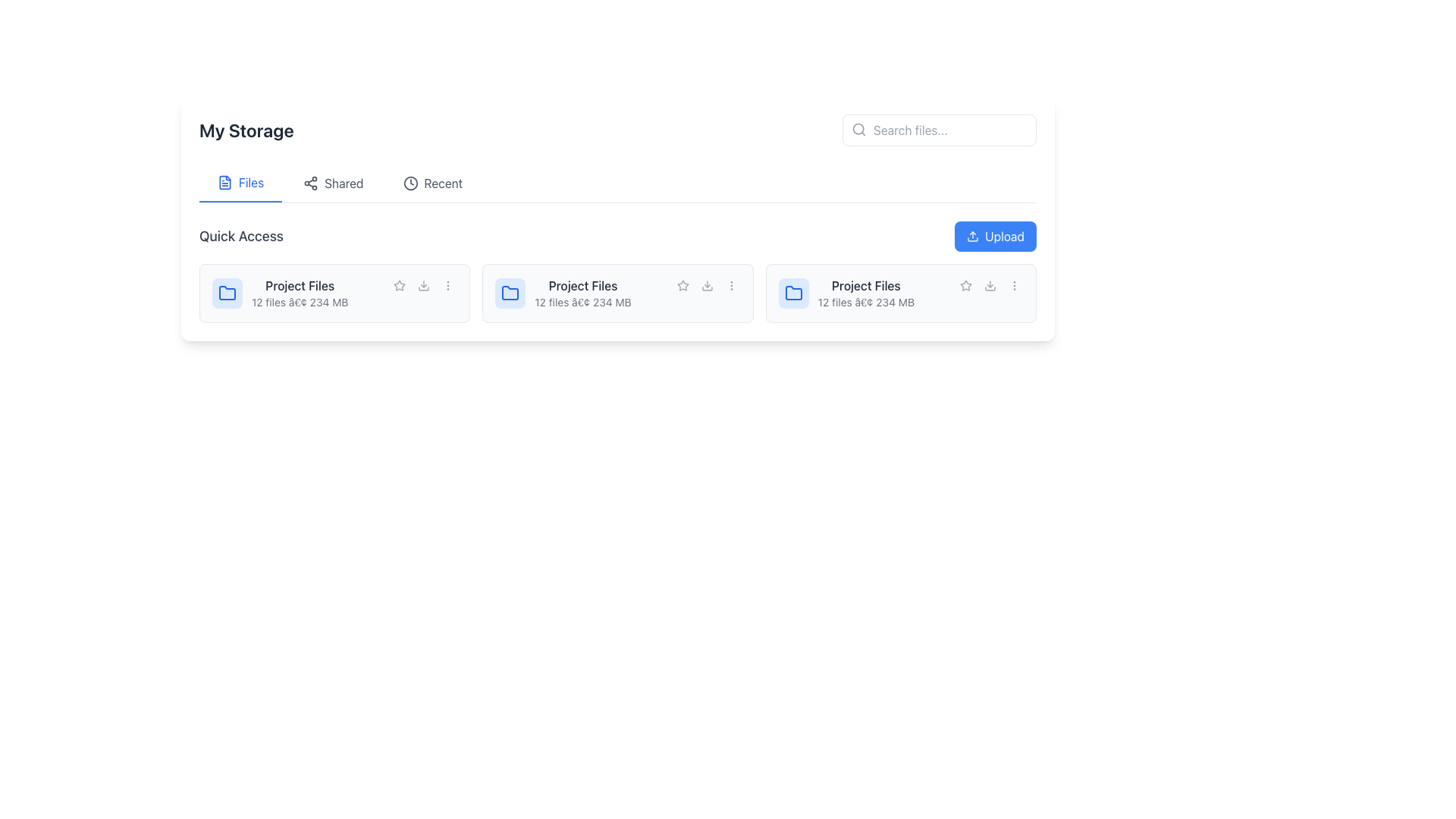 Image resolution: width=1456 pixels, height=819 pixels. Describe the element at coordinates (226, 293) in the screenshot. I see `the small blue folder icon located at the top-left corner of the project details card, next to the 'Project Files' text` at that location.